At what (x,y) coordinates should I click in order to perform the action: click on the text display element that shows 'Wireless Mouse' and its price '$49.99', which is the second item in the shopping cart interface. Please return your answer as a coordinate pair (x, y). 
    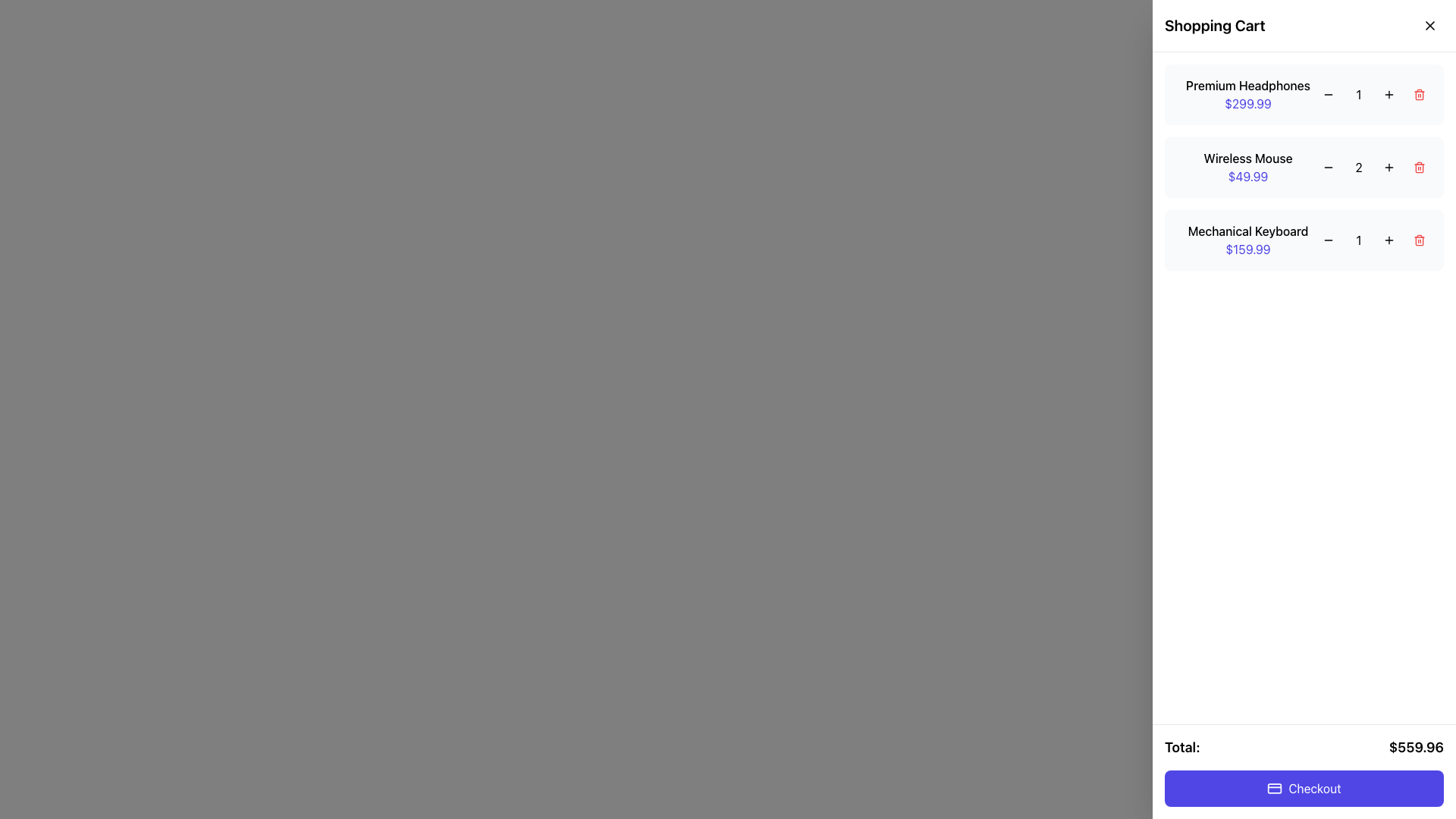
    Looking at the image, I should click on (1248, 167).